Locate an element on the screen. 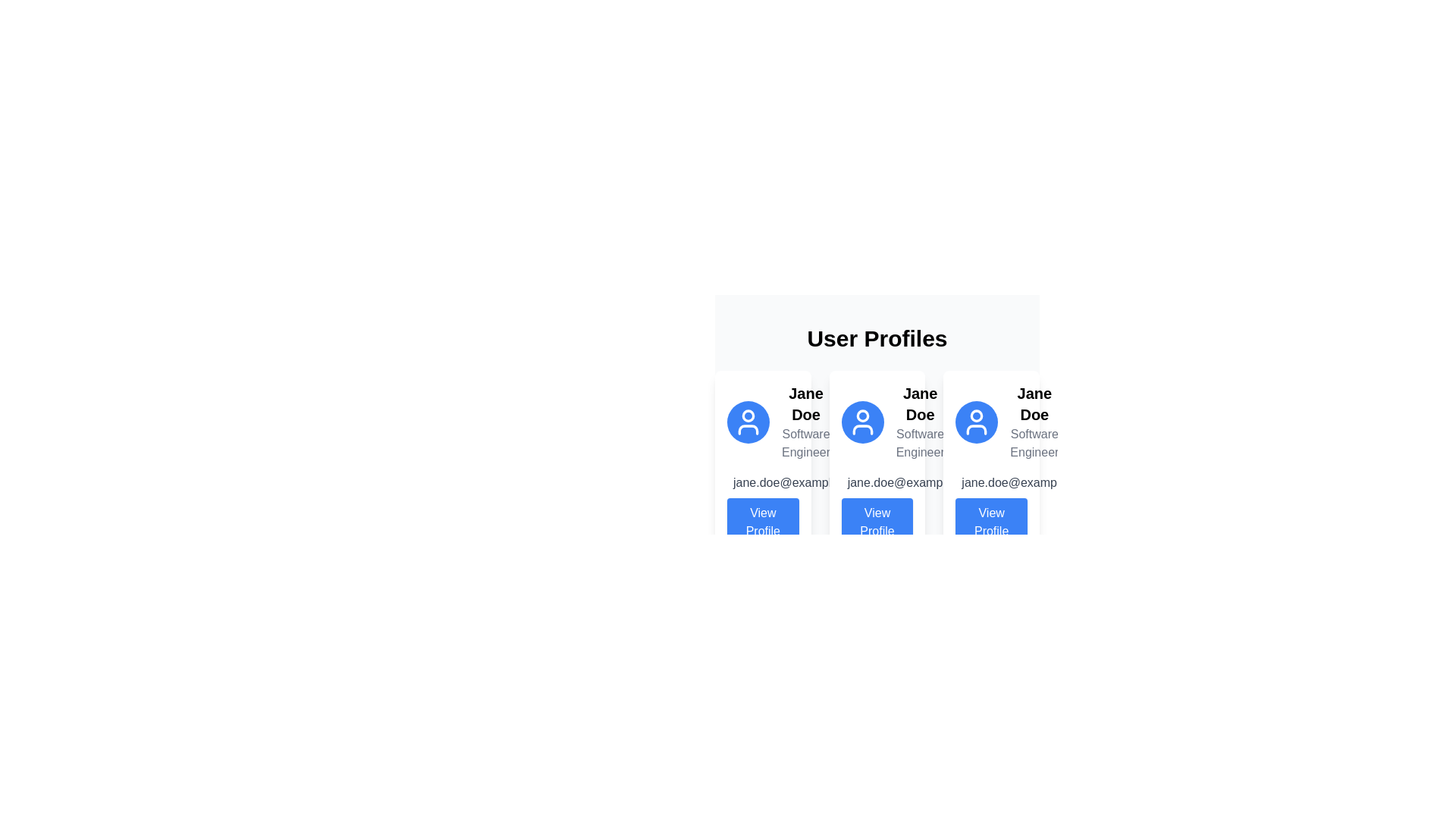  the static label displaying 'jane.doe@example.com' with a mail icon, located between the job title 'Jane Doe, Software Engineer' and the 'View Profile' button is located at coordinates (877, 482).